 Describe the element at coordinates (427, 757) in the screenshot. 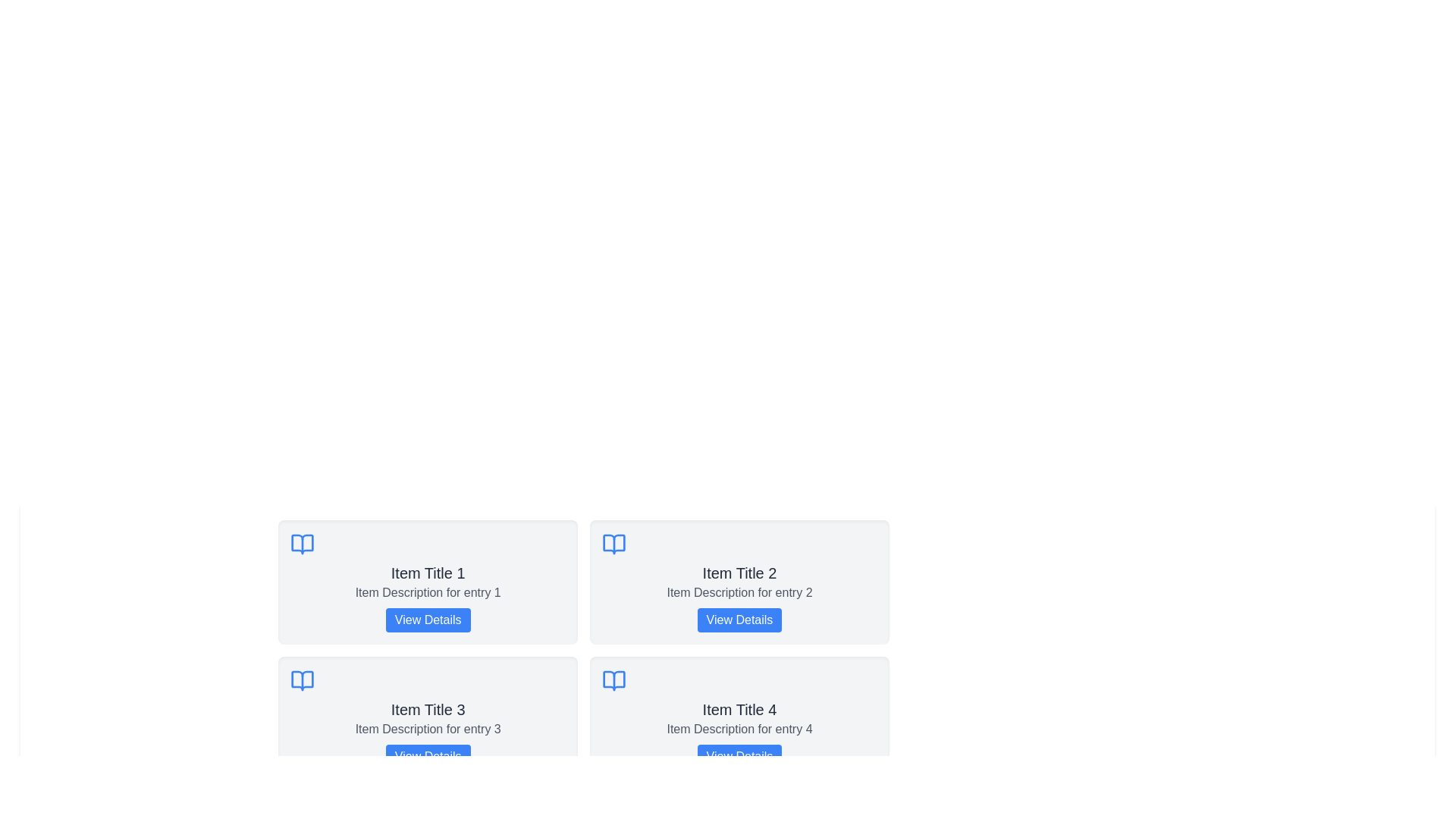

I see `the 'View Details' button with a blue background and white text located at the bottom-right corner of the third card from the left` at that location.